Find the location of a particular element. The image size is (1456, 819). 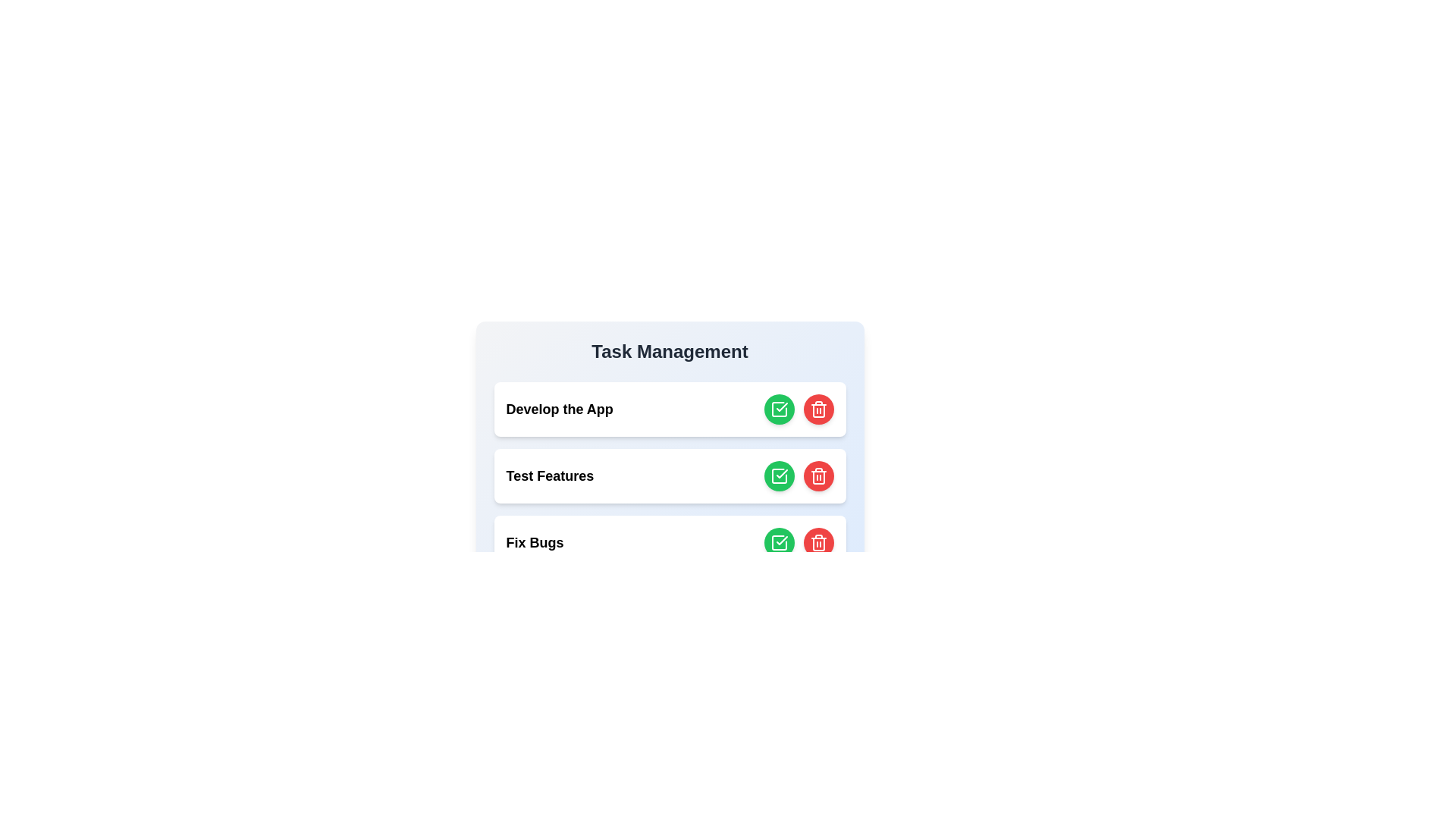

delete button for the task named Fix Bugs is located at coordinates (817, 542).